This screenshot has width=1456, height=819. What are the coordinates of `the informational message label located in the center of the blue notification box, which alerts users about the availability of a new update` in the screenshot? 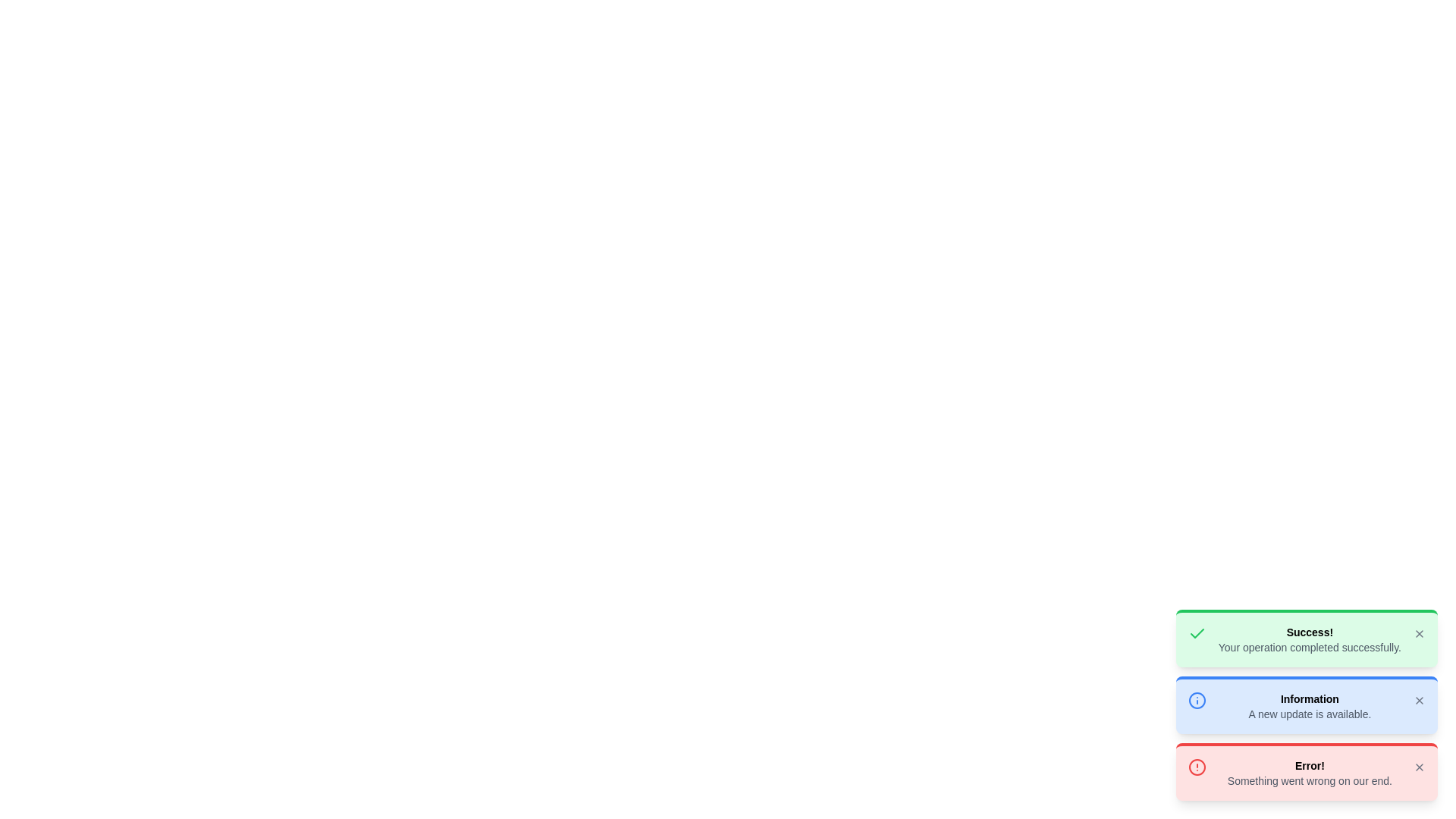 It's located at (1309, 707).